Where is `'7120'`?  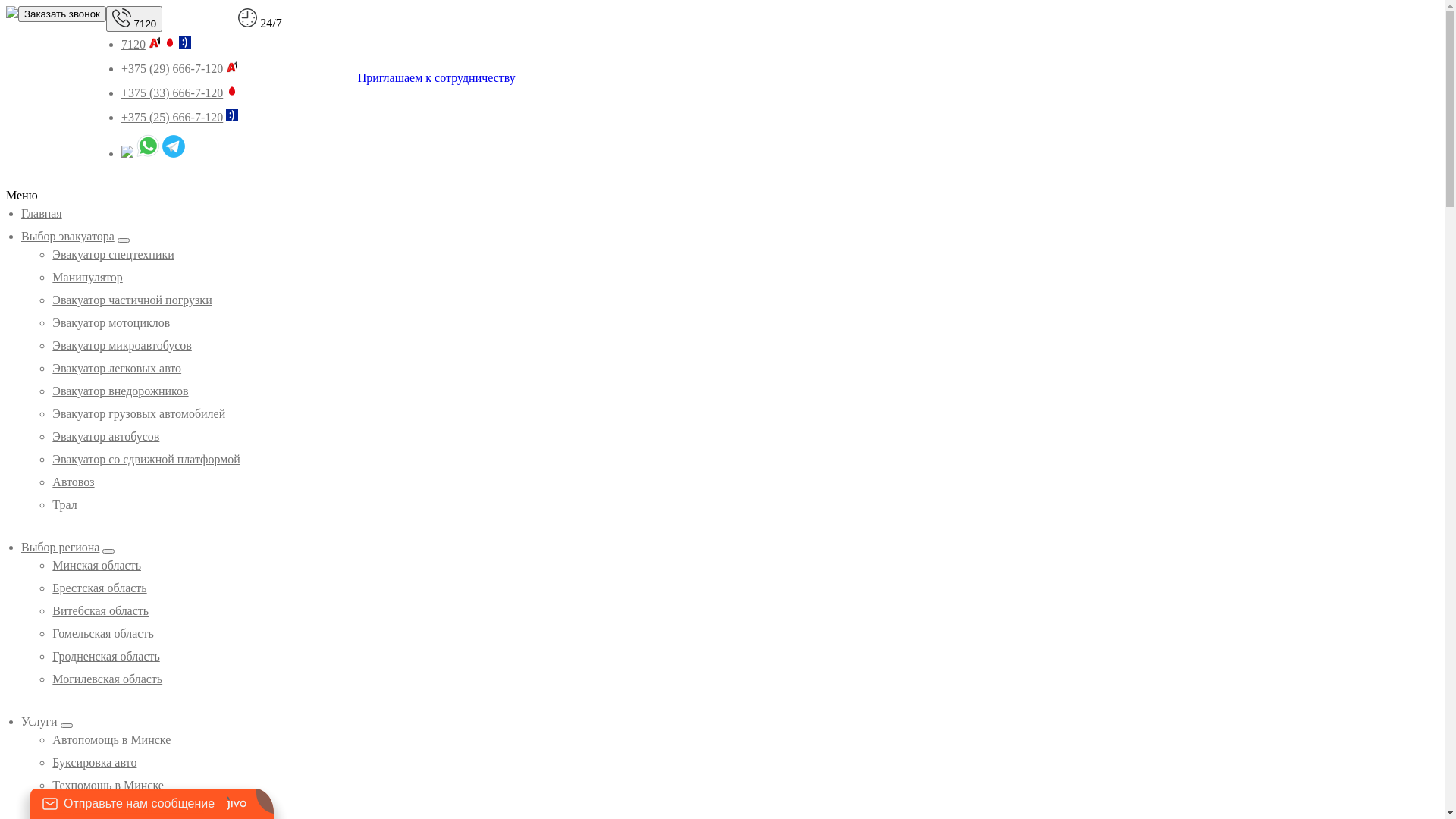
'7120' is located at coordinates (105, 18).